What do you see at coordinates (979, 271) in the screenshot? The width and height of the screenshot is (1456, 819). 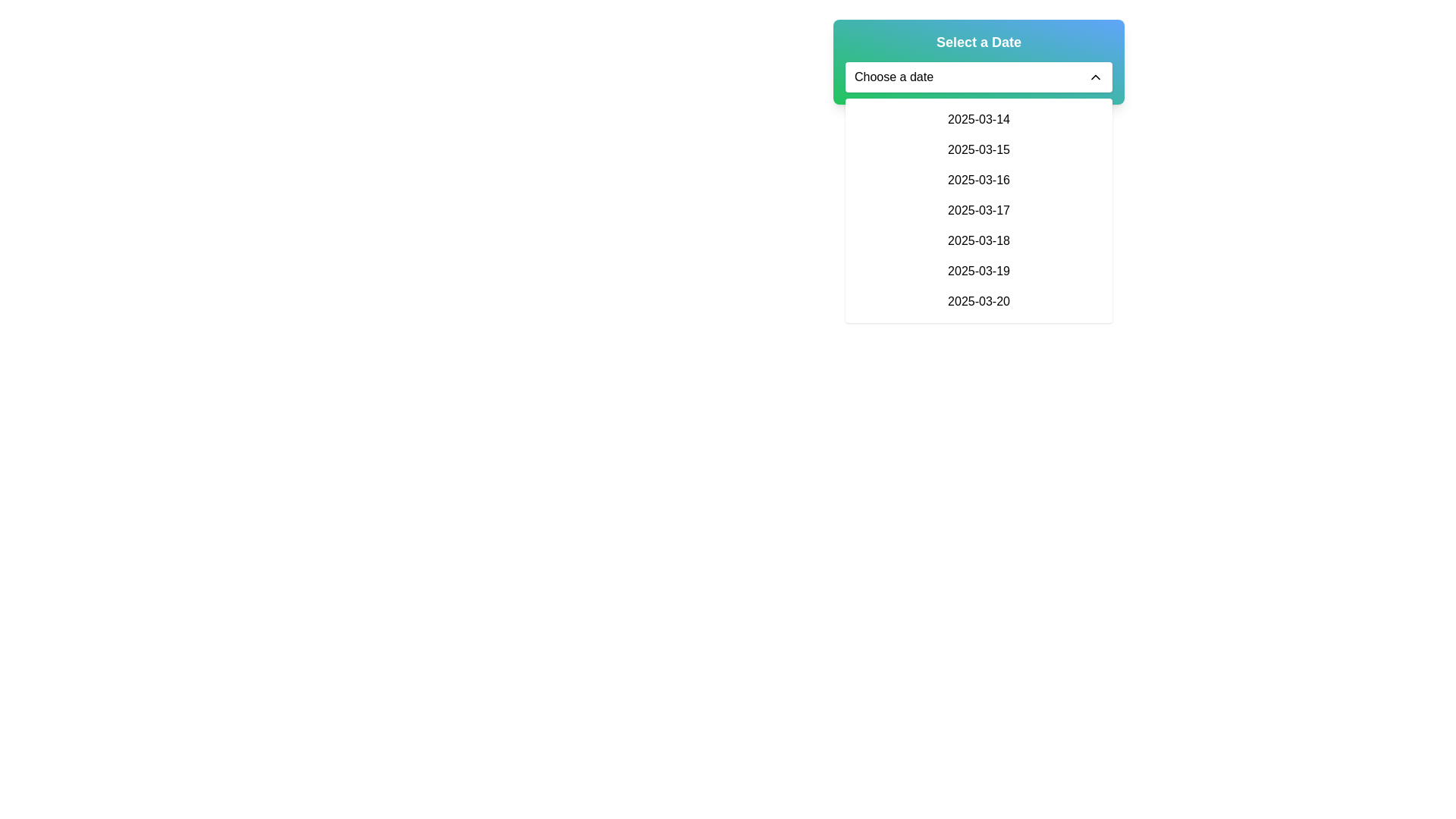 I see `the sixth selectable date option in the dropdown menu labeled 'Select a Date', which is positioned between '2025-03-18' and '2025-03-20'` at bounding box center [979, 271].